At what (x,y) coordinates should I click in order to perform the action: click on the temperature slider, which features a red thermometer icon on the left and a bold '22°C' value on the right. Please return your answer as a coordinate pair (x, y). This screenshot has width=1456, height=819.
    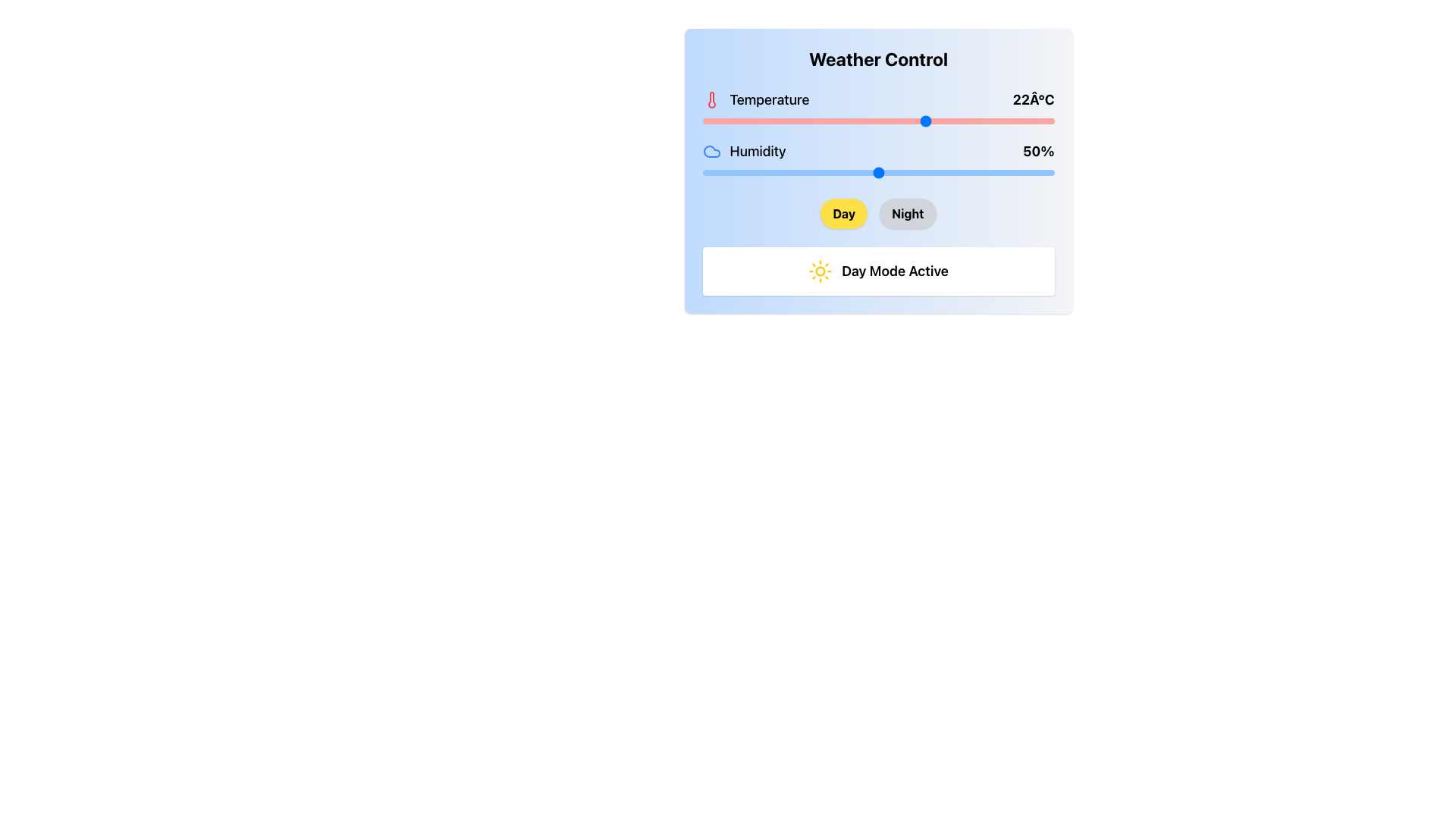
    Looking at the image, I should click on (878, 108).